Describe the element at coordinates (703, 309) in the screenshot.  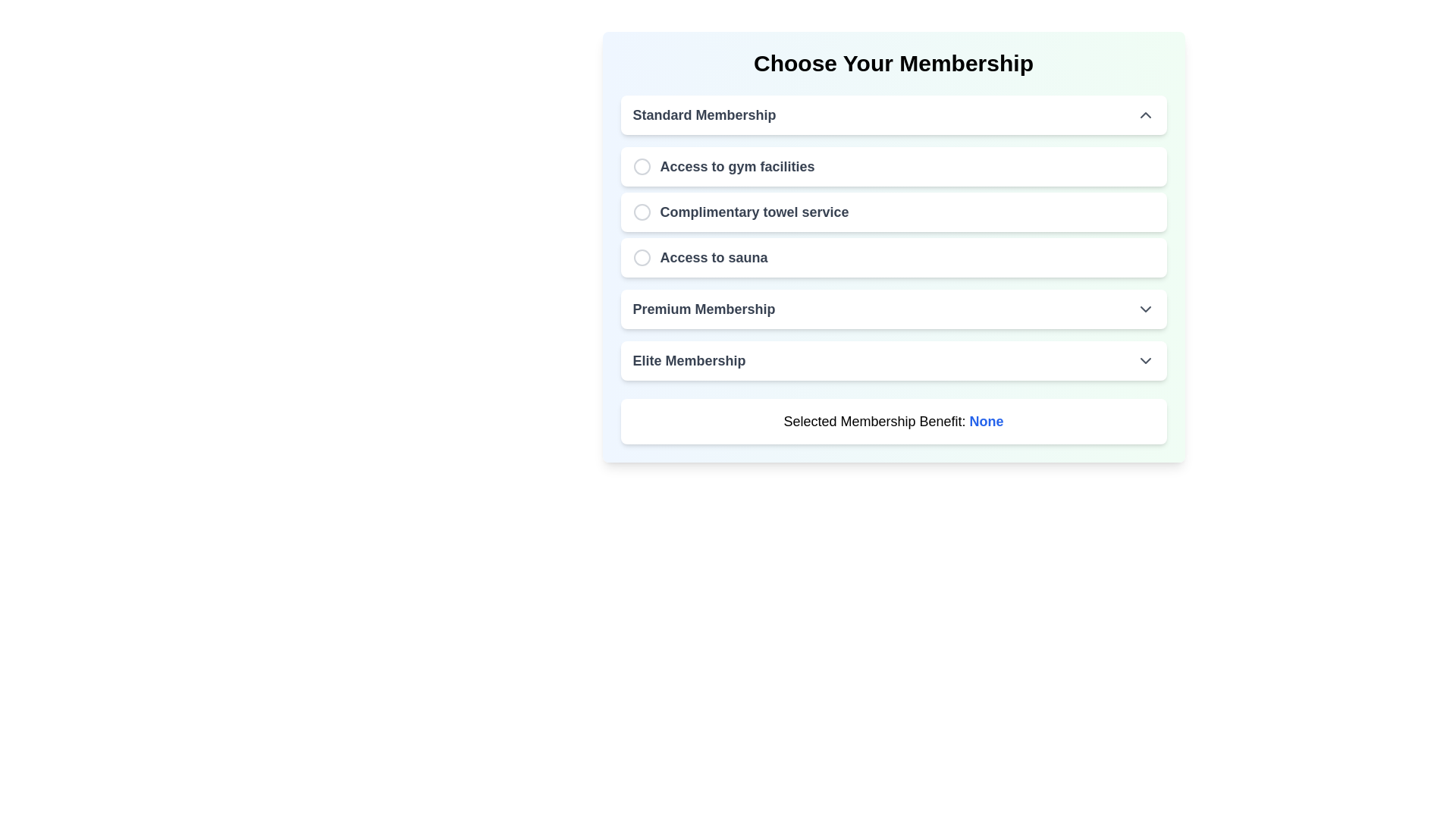
I see `the 'Premium Membership' text label in the membership selection interface, which is located between 'Access to sauna' and 'Elite Membership'` at that location.